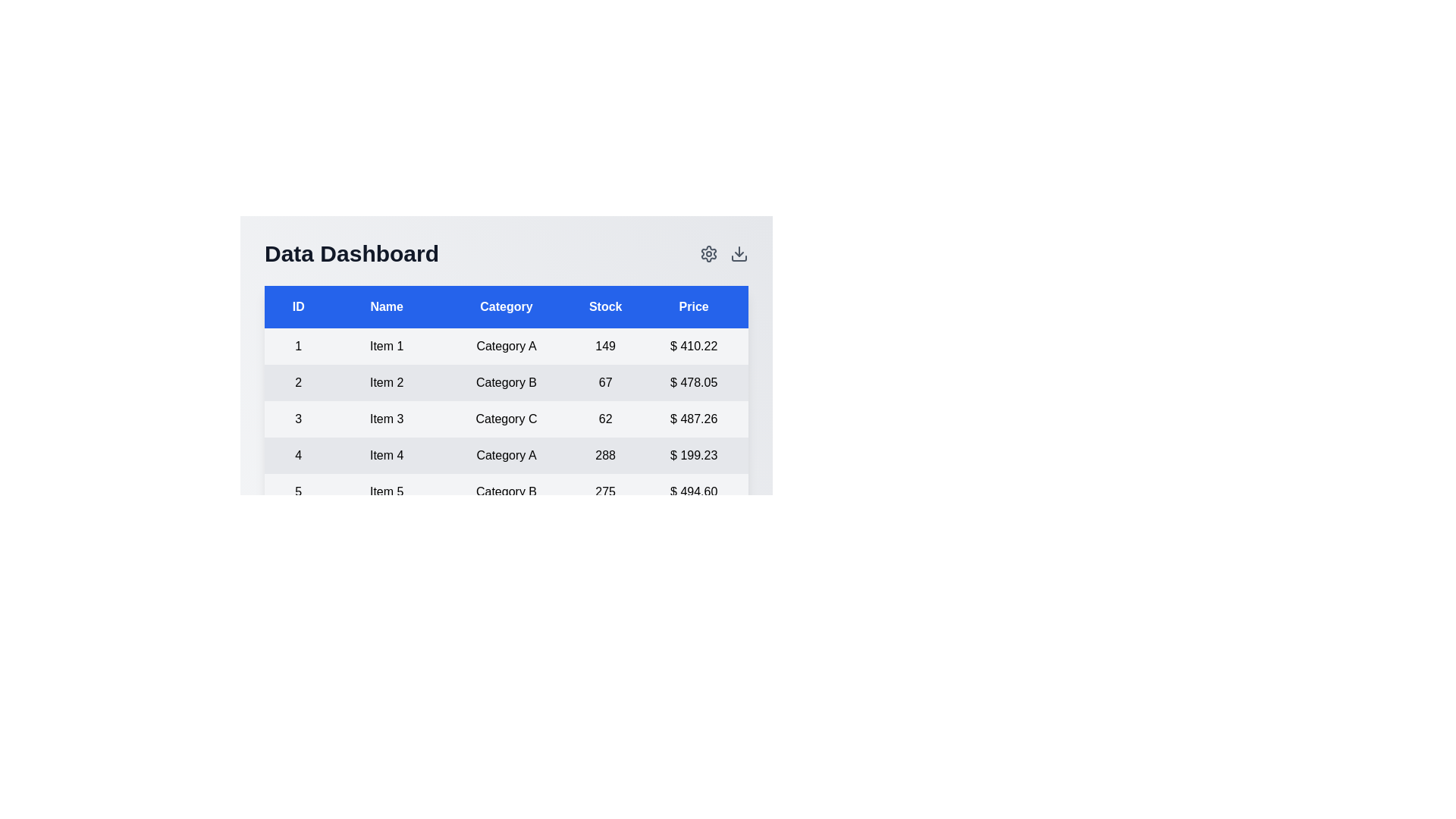 The image size is (1456, 819). What do you see at coordinates (298, 307) in the screenshot?
I see `the column header to sort the table by ID` at bounding box center [298, 307].